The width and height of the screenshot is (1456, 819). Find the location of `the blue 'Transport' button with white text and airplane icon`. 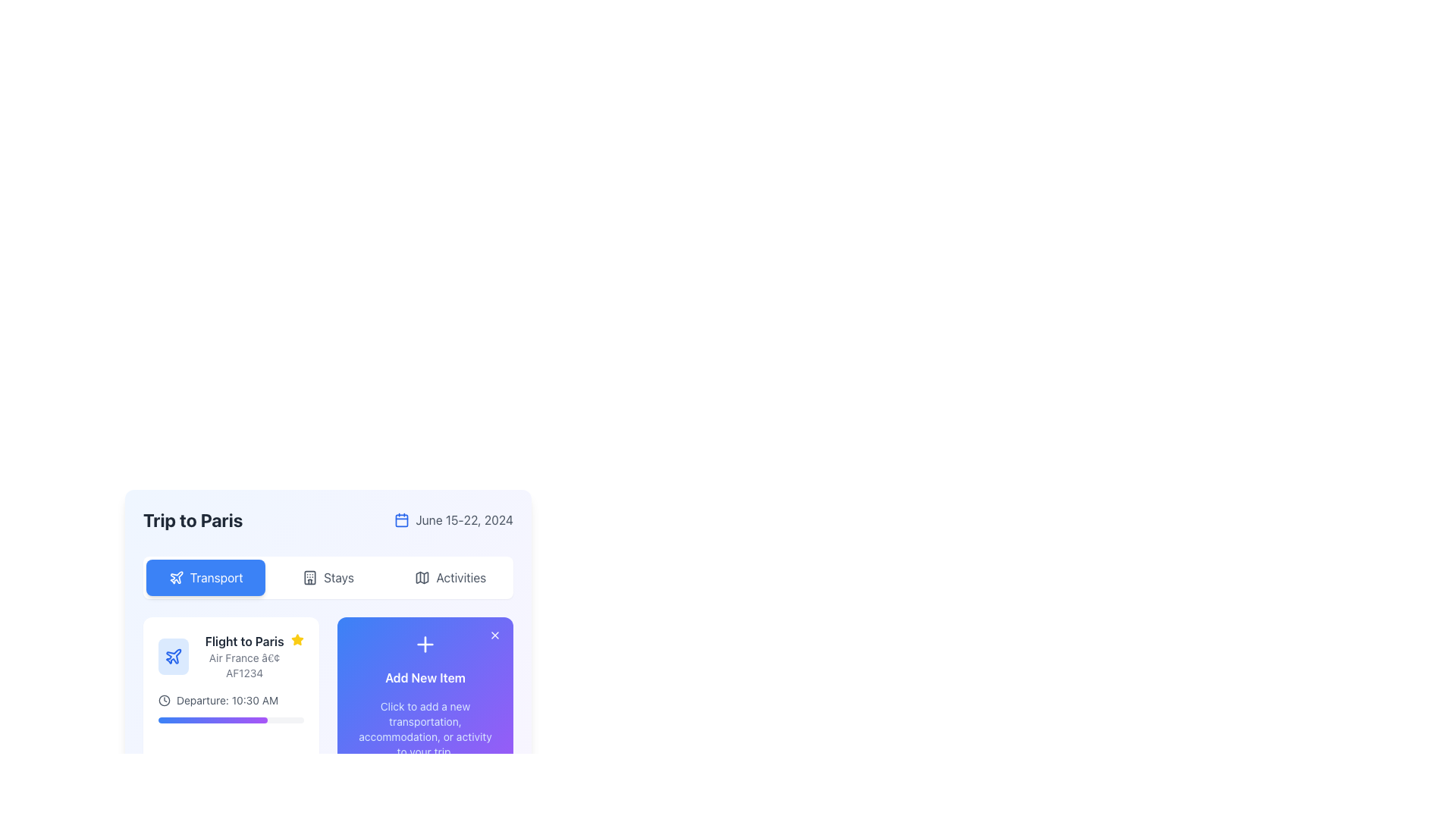

the blue 'Transport' button with white text and airplane icon is located at coordinates (205, 578).